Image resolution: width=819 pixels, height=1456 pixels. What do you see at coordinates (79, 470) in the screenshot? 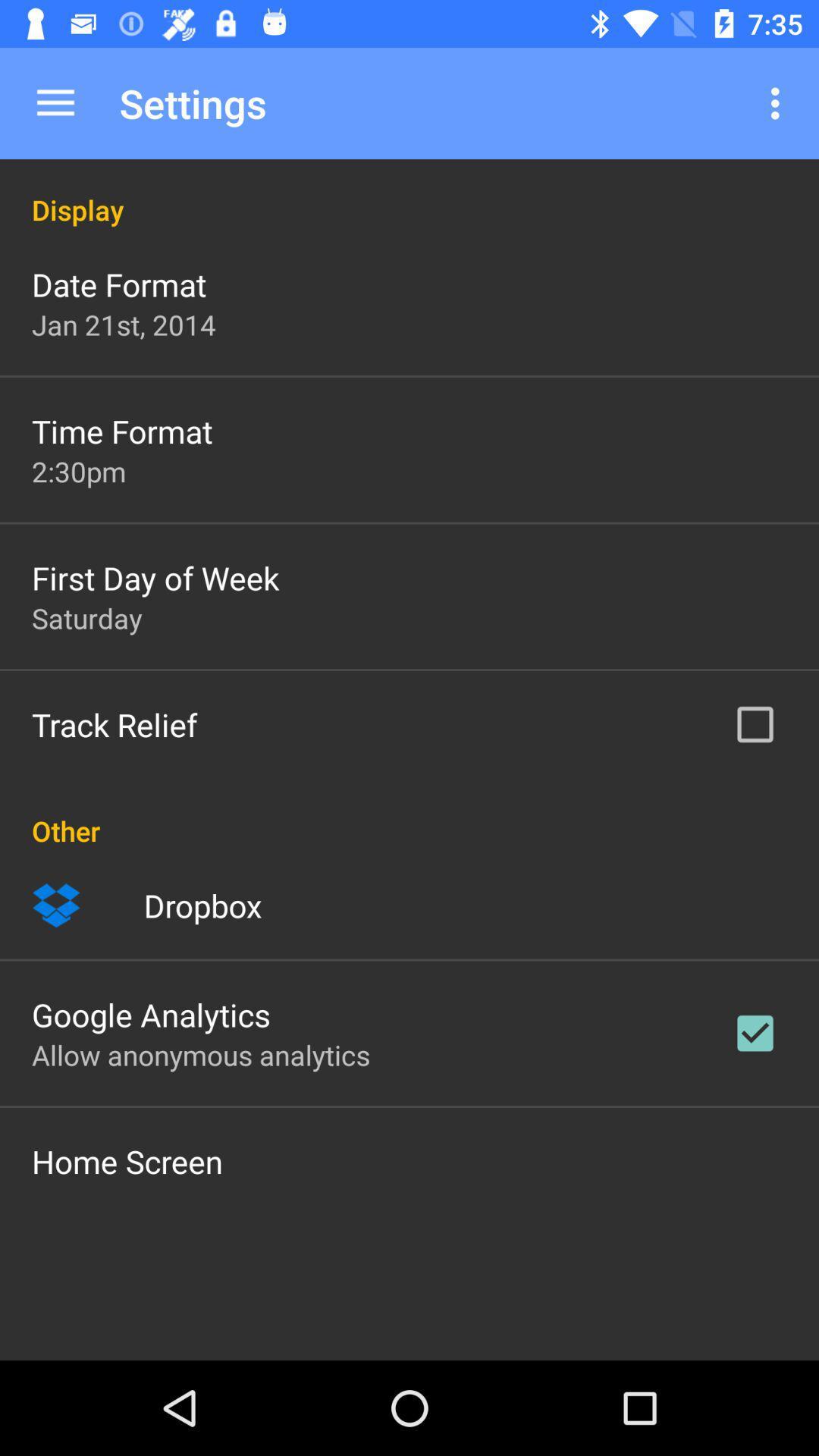
I see `the 2:30pm app` at bounding box center [79, 470].